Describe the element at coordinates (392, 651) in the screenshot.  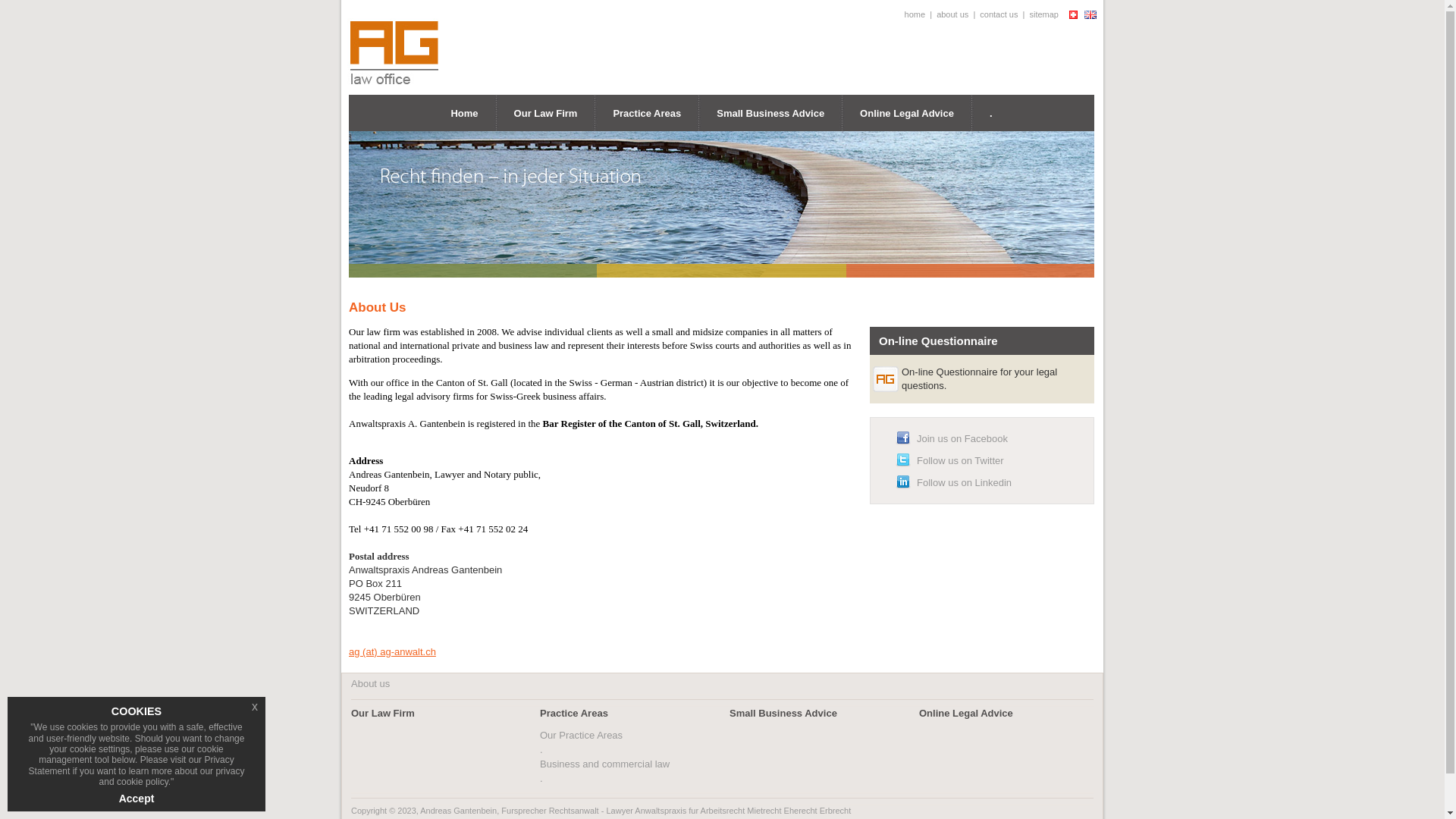
I see `'ag (at) ag-anwalt.ch'` at that location.